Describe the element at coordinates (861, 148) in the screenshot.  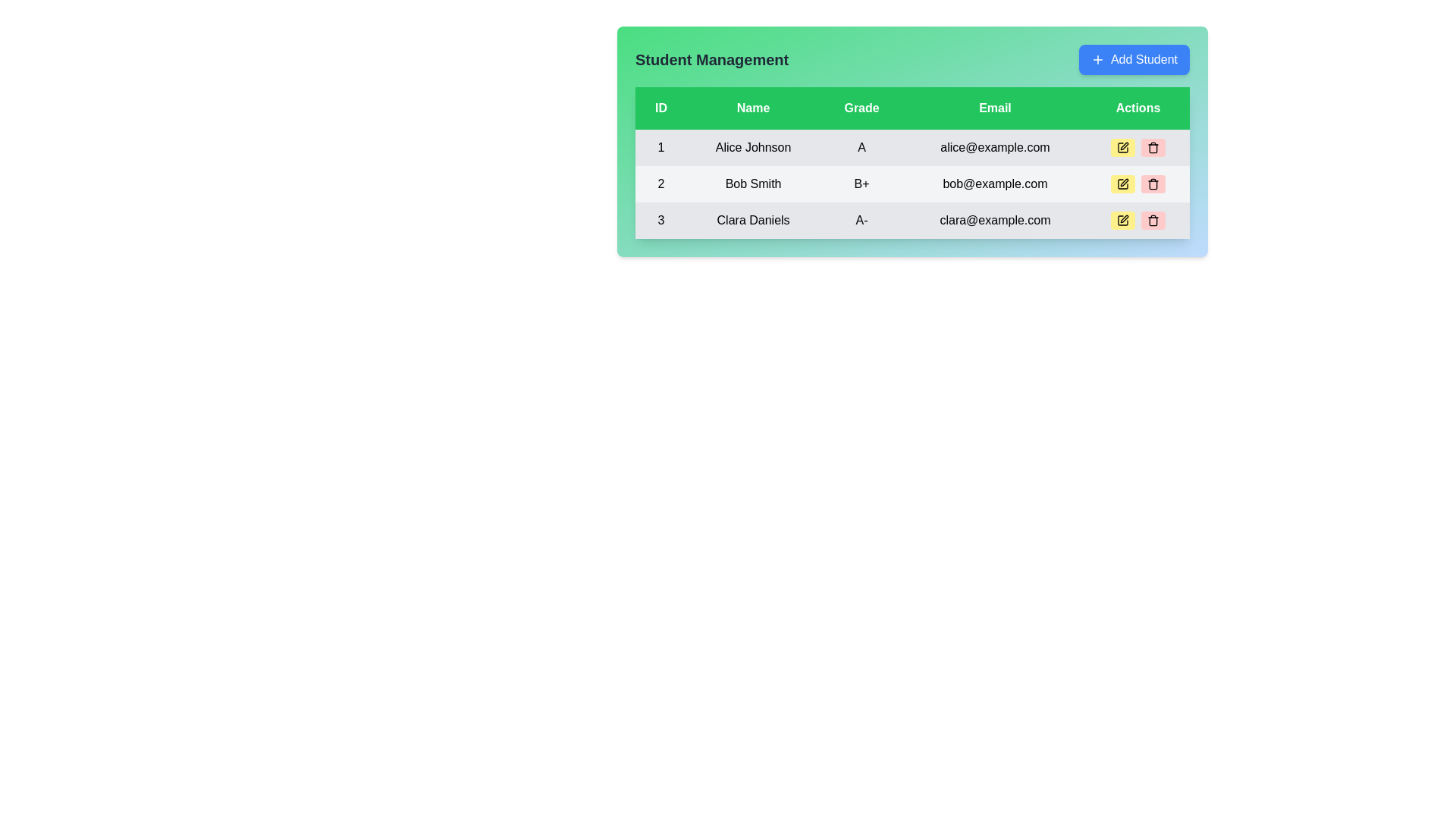
I see `the text display showing the grade value for the student 'Alice Johnson'` at that location.